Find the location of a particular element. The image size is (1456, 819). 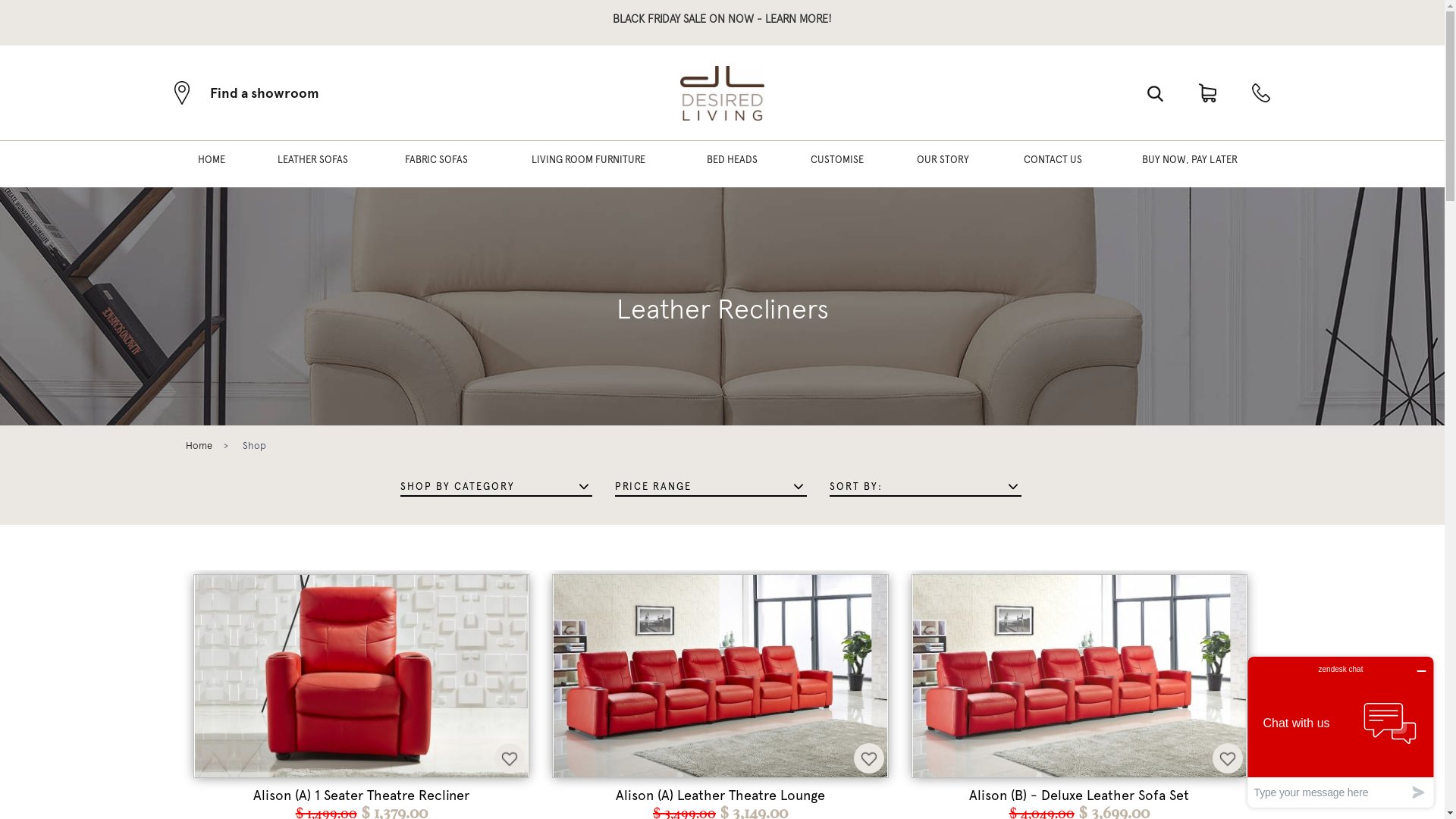

'Find a showroom' is located at coordinates (246, 93).